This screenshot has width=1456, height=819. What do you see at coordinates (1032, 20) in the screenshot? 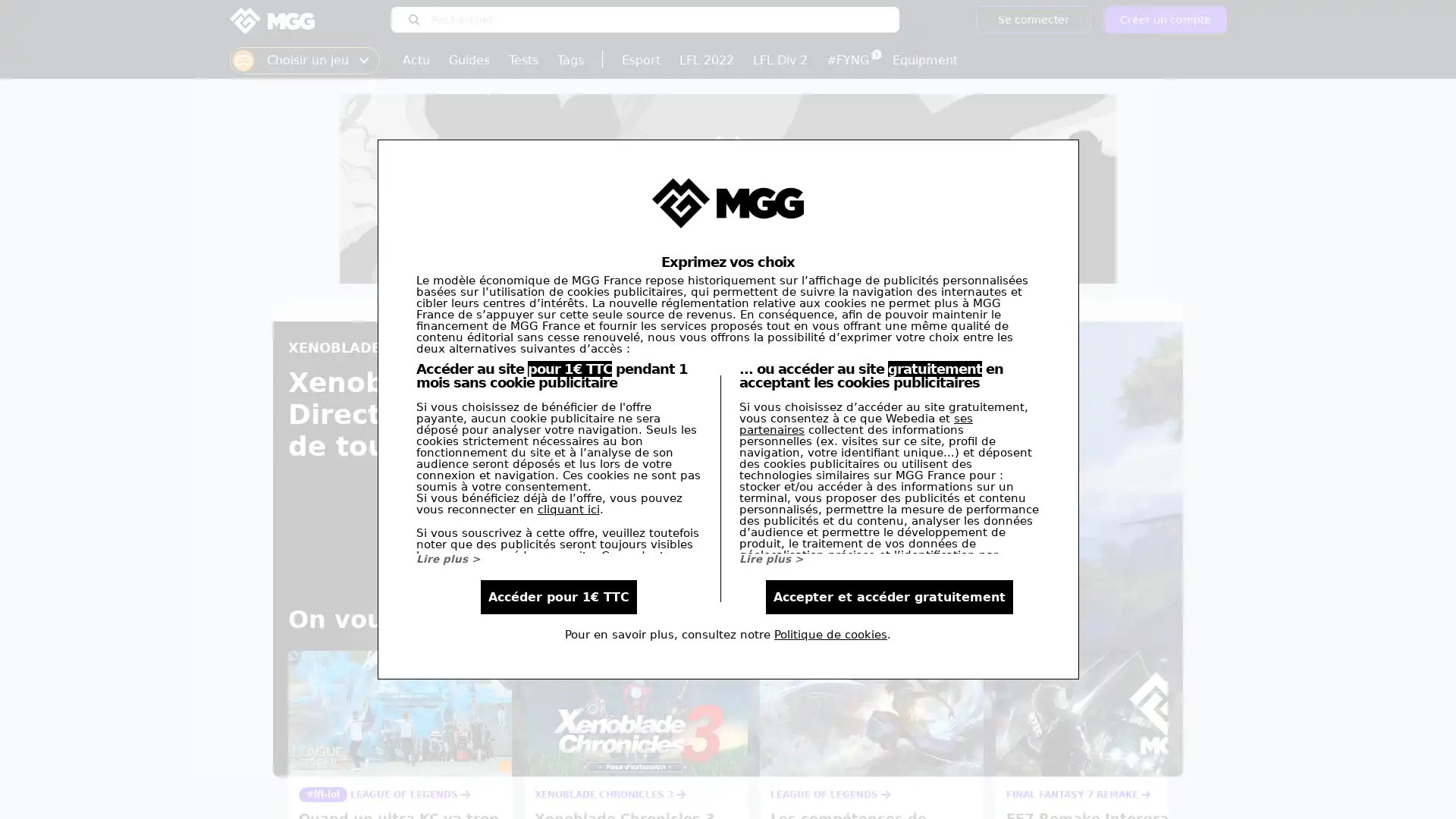
I see `Se connecter` at bounding box center [1032, 20].